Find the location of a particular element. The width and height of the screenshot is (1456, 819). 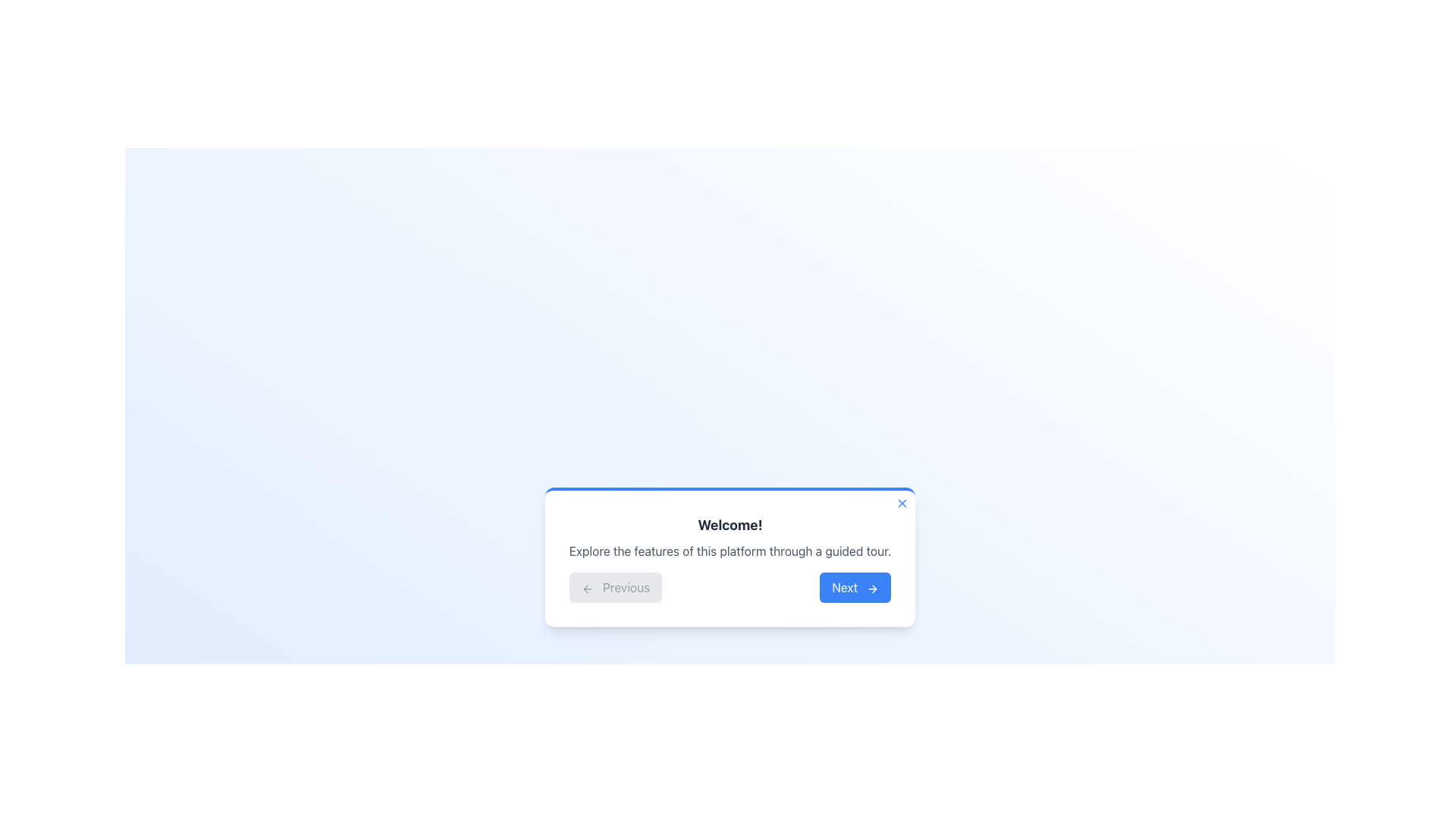

the small, left-pointing arrow icon embedded inside the 'Previous' button, which is centered horizontally at the bottom of the welcome modal is located at coordinates (586, 588).